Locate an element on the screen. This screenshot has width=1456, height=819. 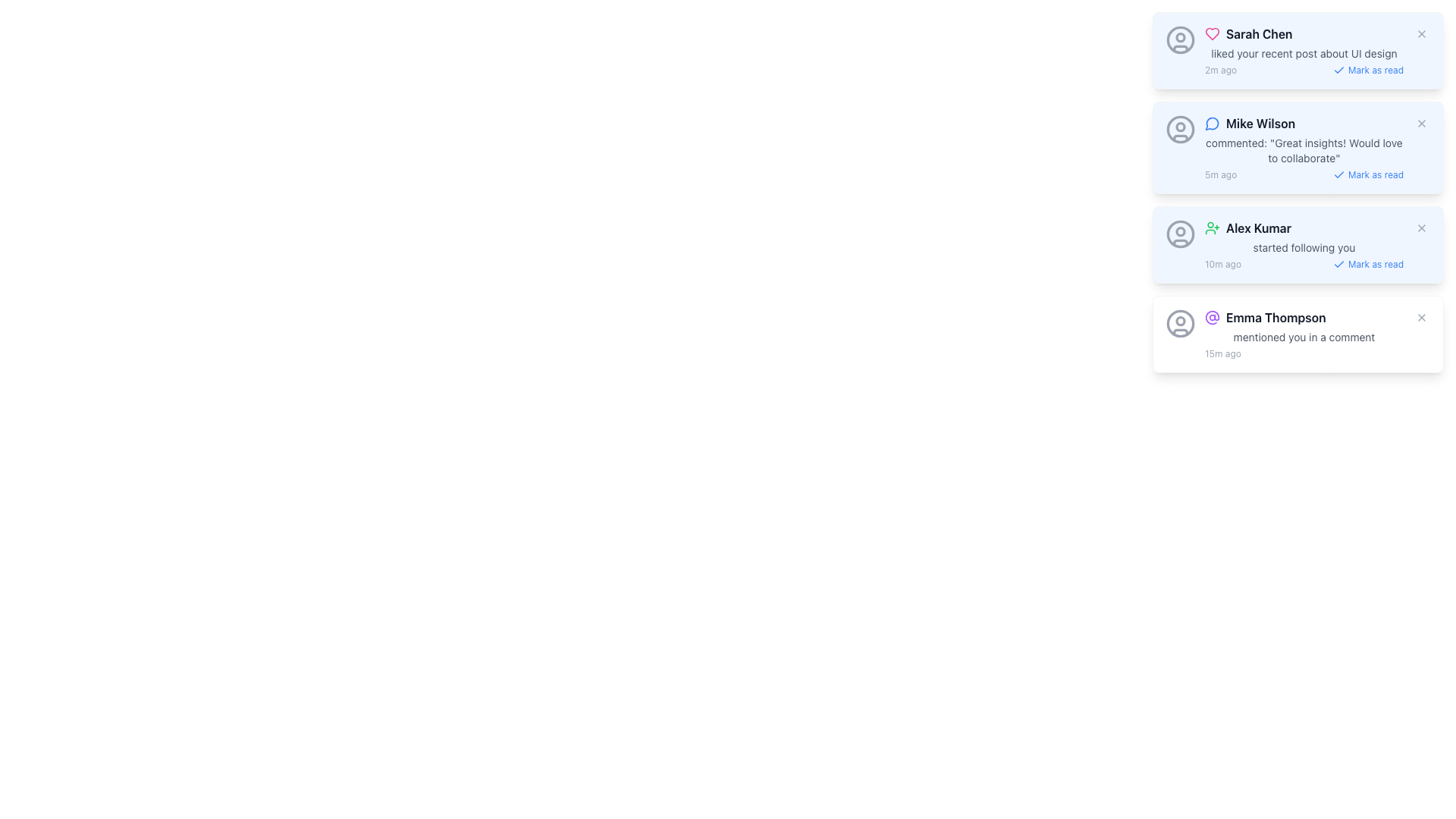
the close icon button located in the top-right corner of the first notification item next to 'Sarah Chen' is located at coordinates (1421, 34).